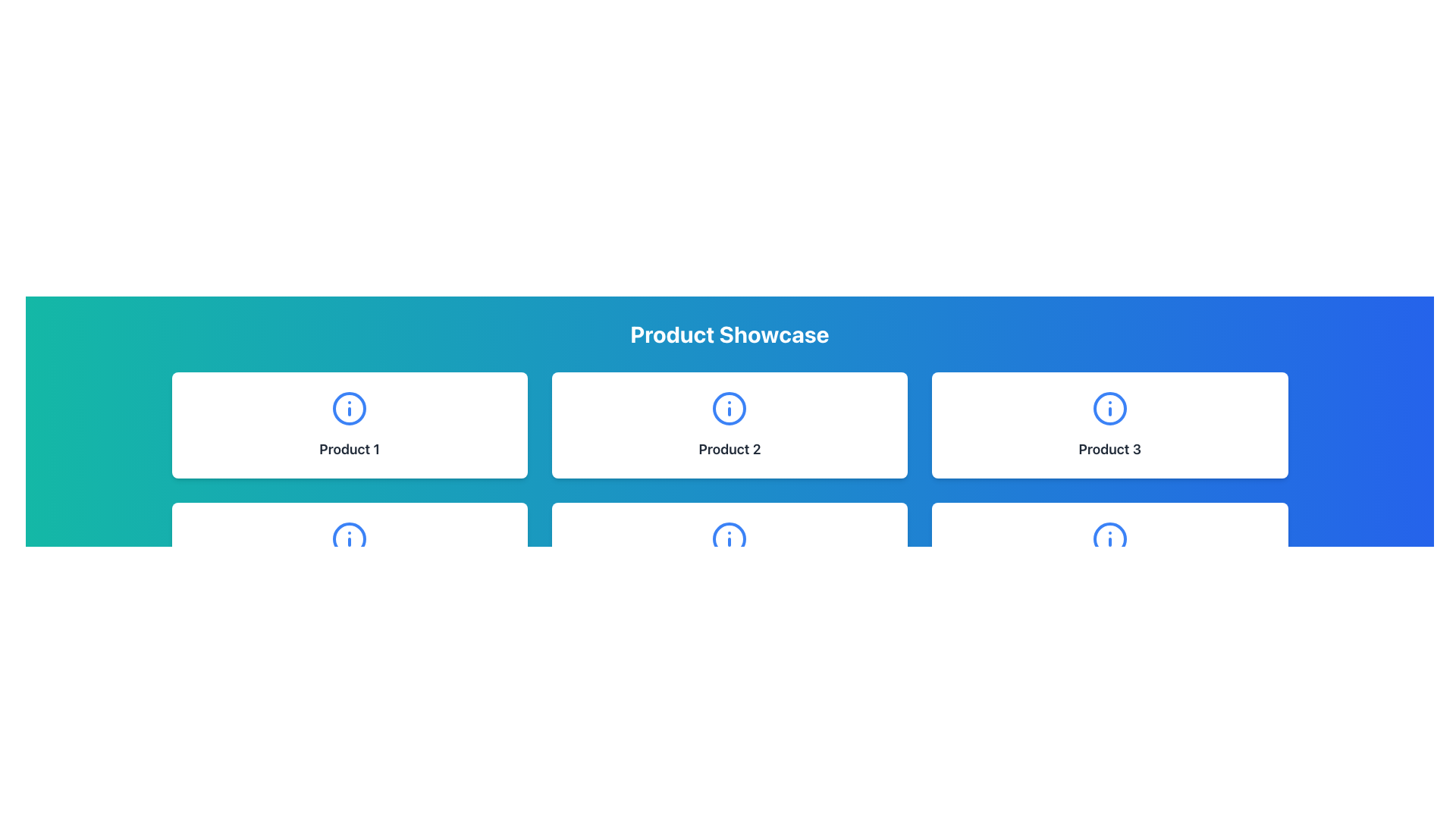  Describe the element at coordinates (349, 408) in the screenshot. I see `the SVG circle representing the information icon in the top-left card labeled 'Product 1'` at that location.